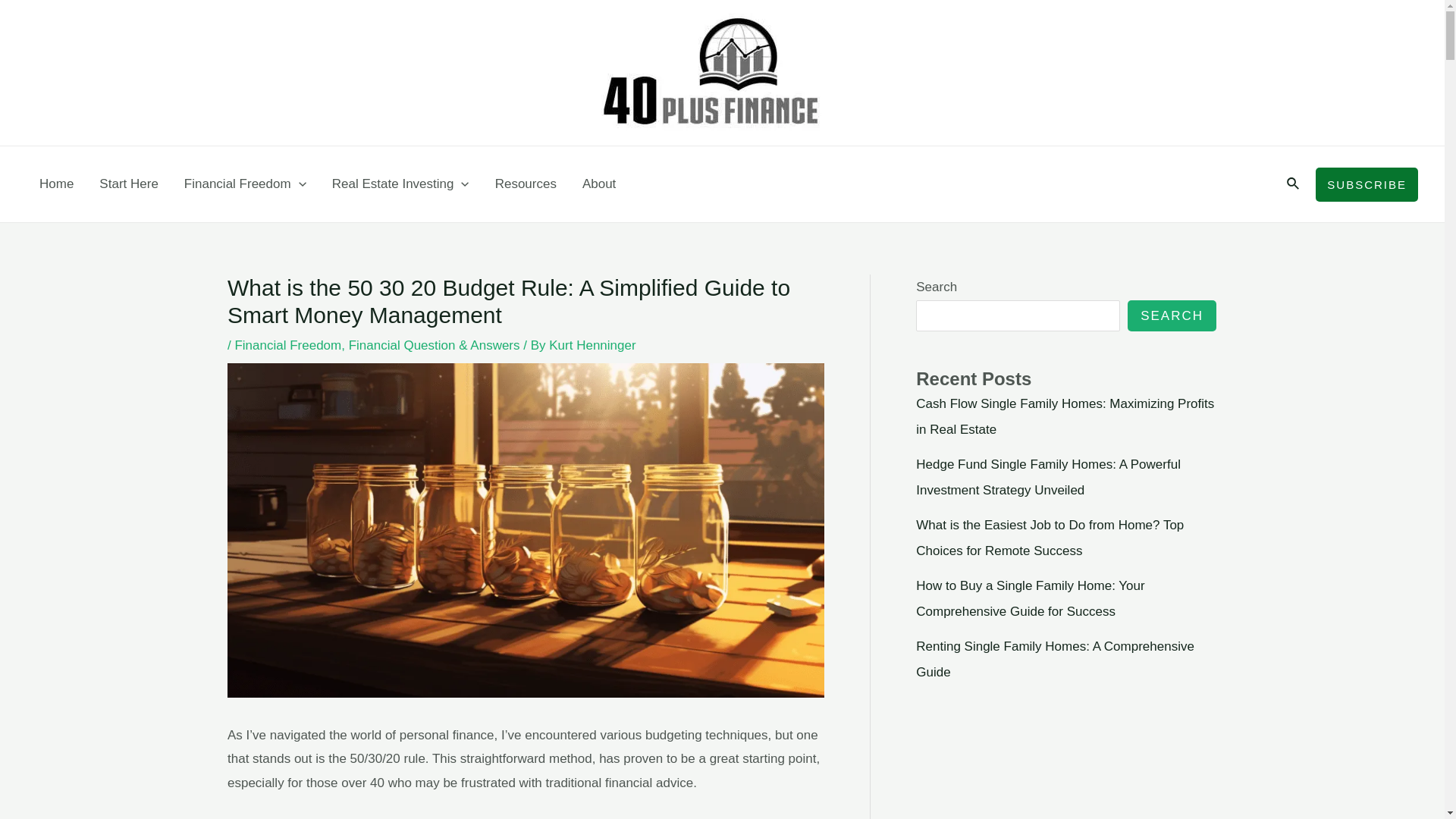 The height and width of the screenshot is (819, 1456). What do you see at coordinates (400, 184) in the screenshot?
I see `'Real Estate Investing'` at bounding box center [400, 184].